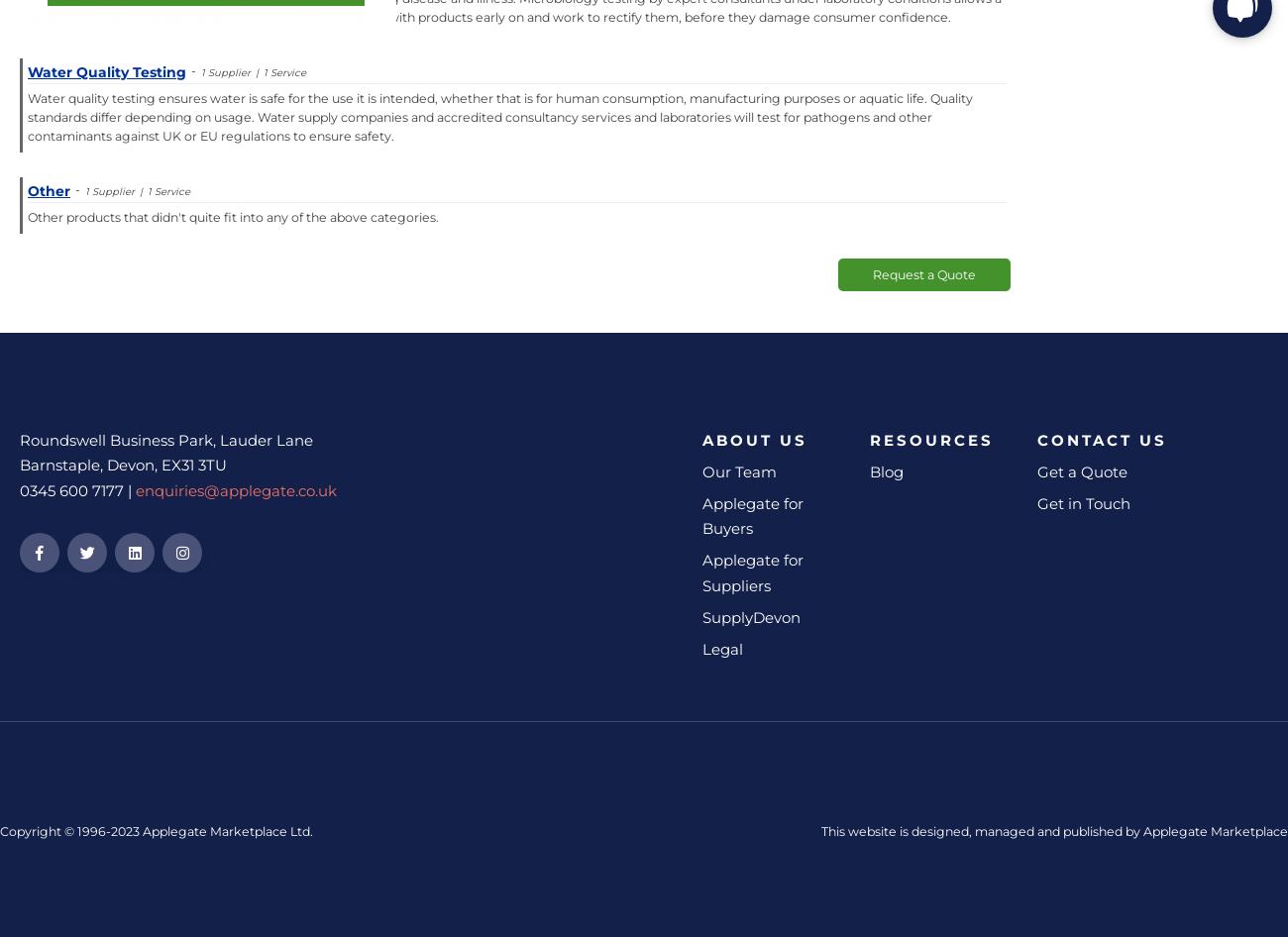  What do you see at coordinates (19, 489) in the screenshot?
I see `'0345 600 7177'` at bounding box center [19, 489].